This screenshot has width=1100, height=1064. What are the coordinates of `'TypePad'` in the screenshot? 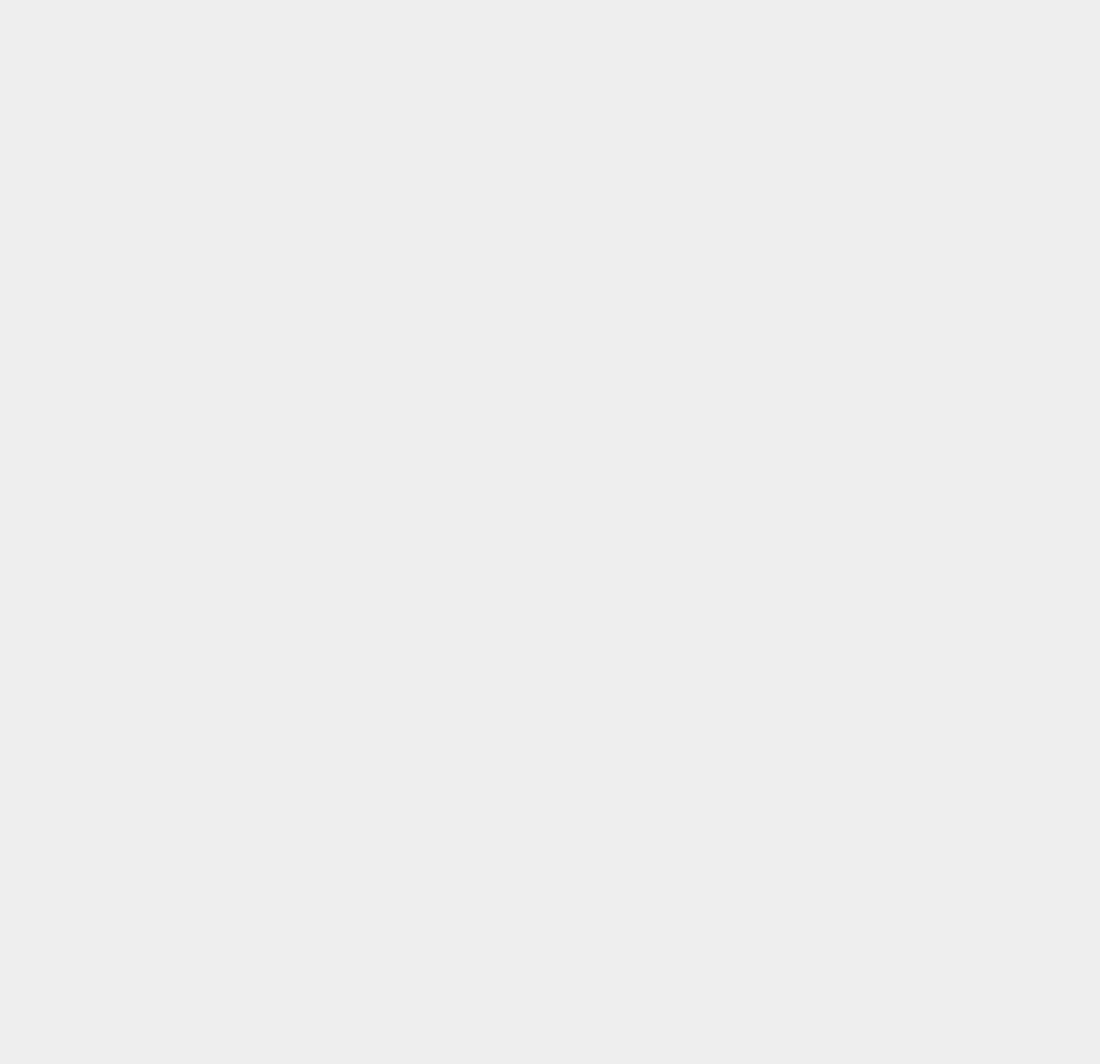 It's located at (804, 29).